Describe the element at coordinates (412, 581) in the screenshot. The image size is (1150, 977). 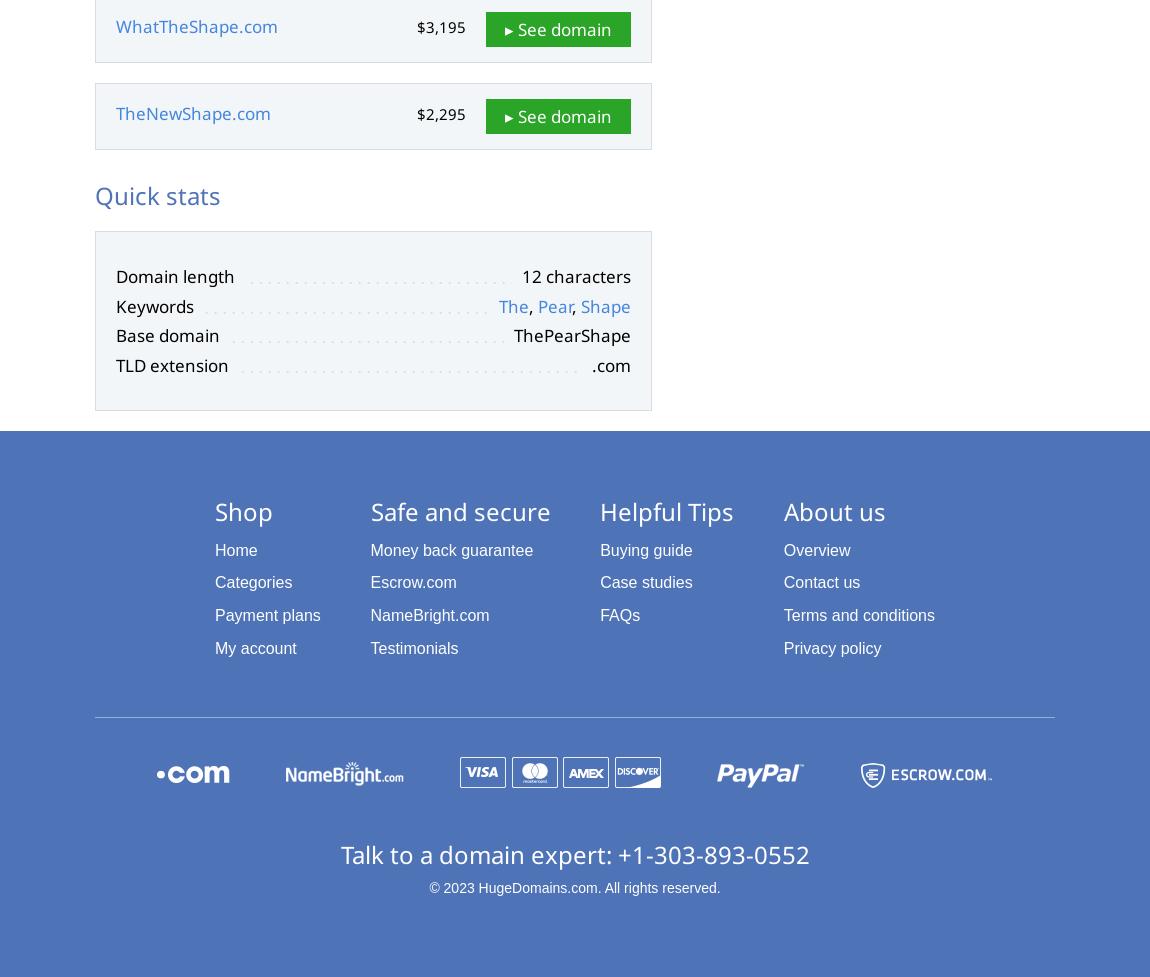
I see `'Escrow.com'` at that location.